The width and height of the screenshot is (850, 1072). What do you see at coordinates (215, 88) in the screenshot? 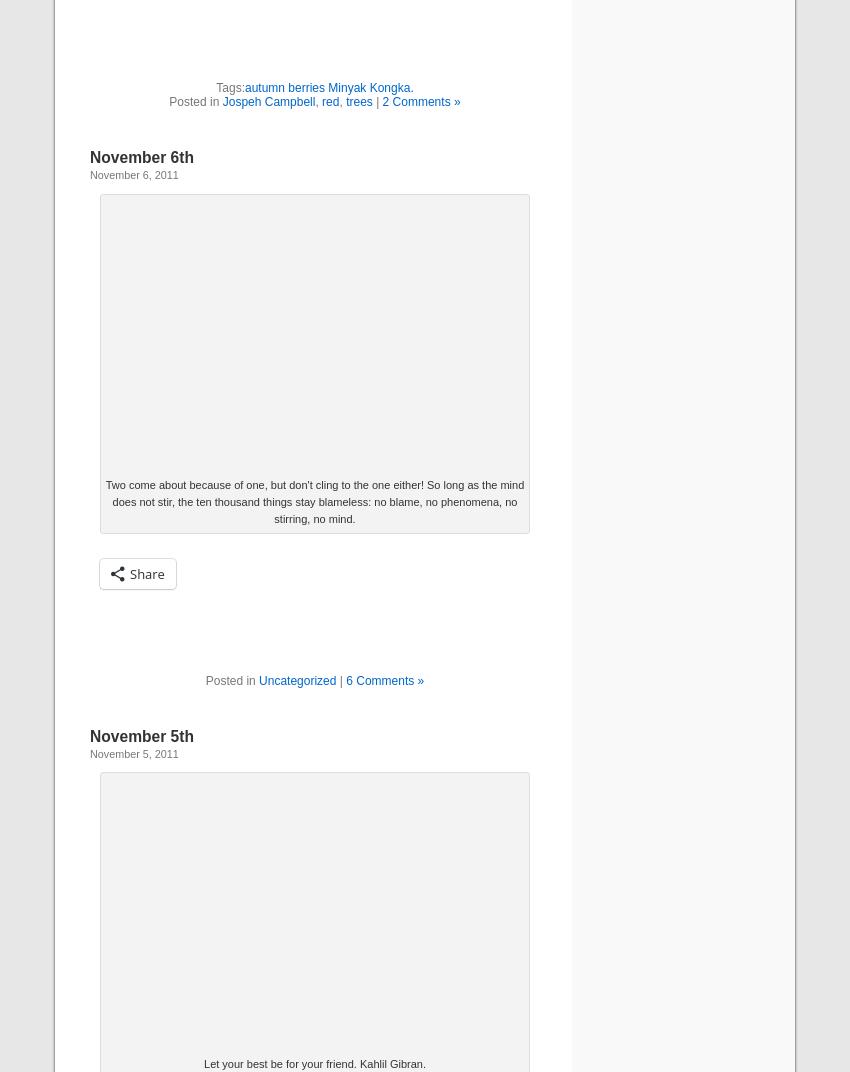
I see `'Tags:'` at bounding box center [215, 88].